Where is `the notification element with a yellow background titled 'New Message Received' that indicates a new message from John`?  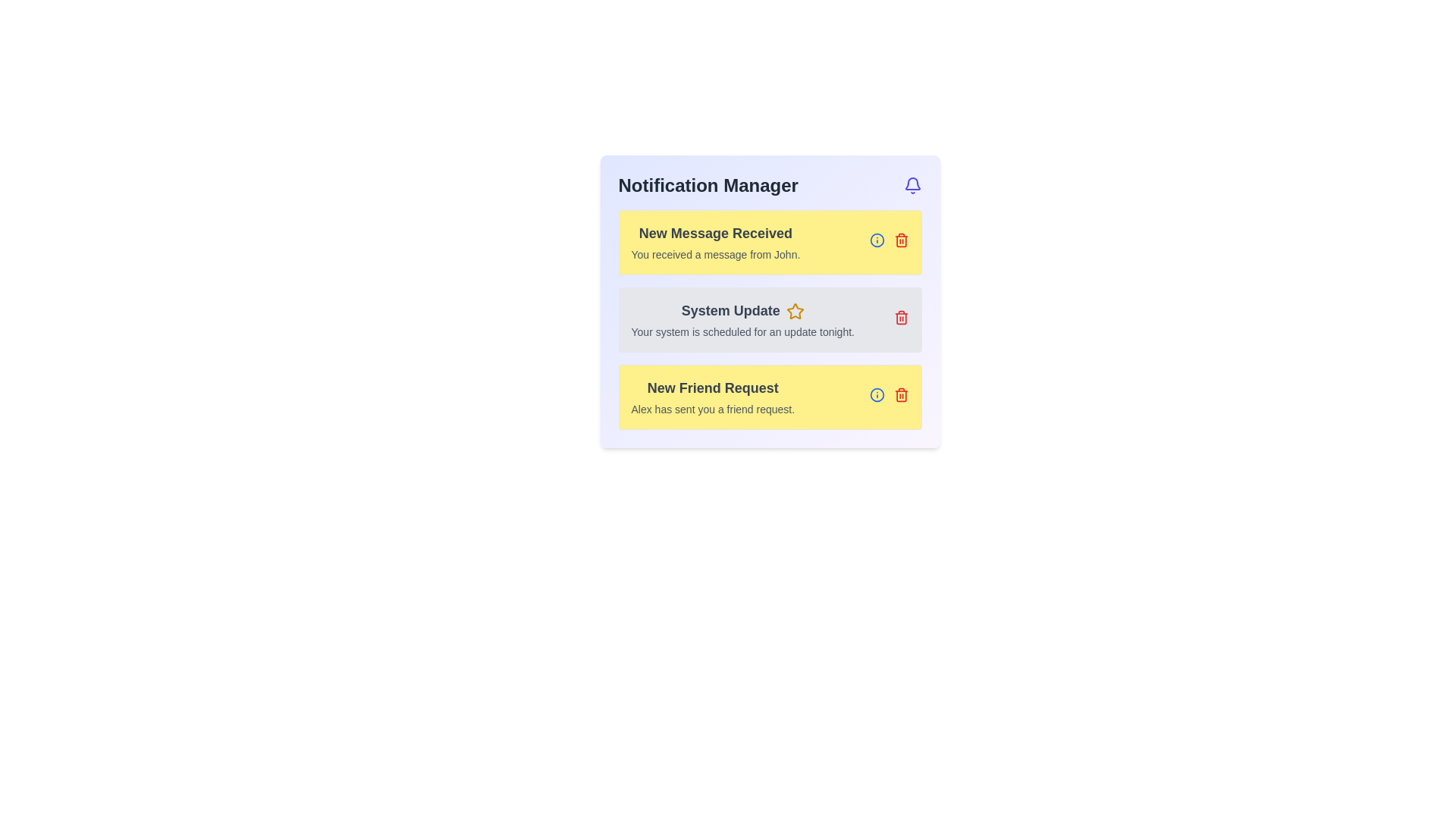
the notification element with a yellow background titled 'New Message Received' that indicates a new message from John is located at coordinates (770, 242).